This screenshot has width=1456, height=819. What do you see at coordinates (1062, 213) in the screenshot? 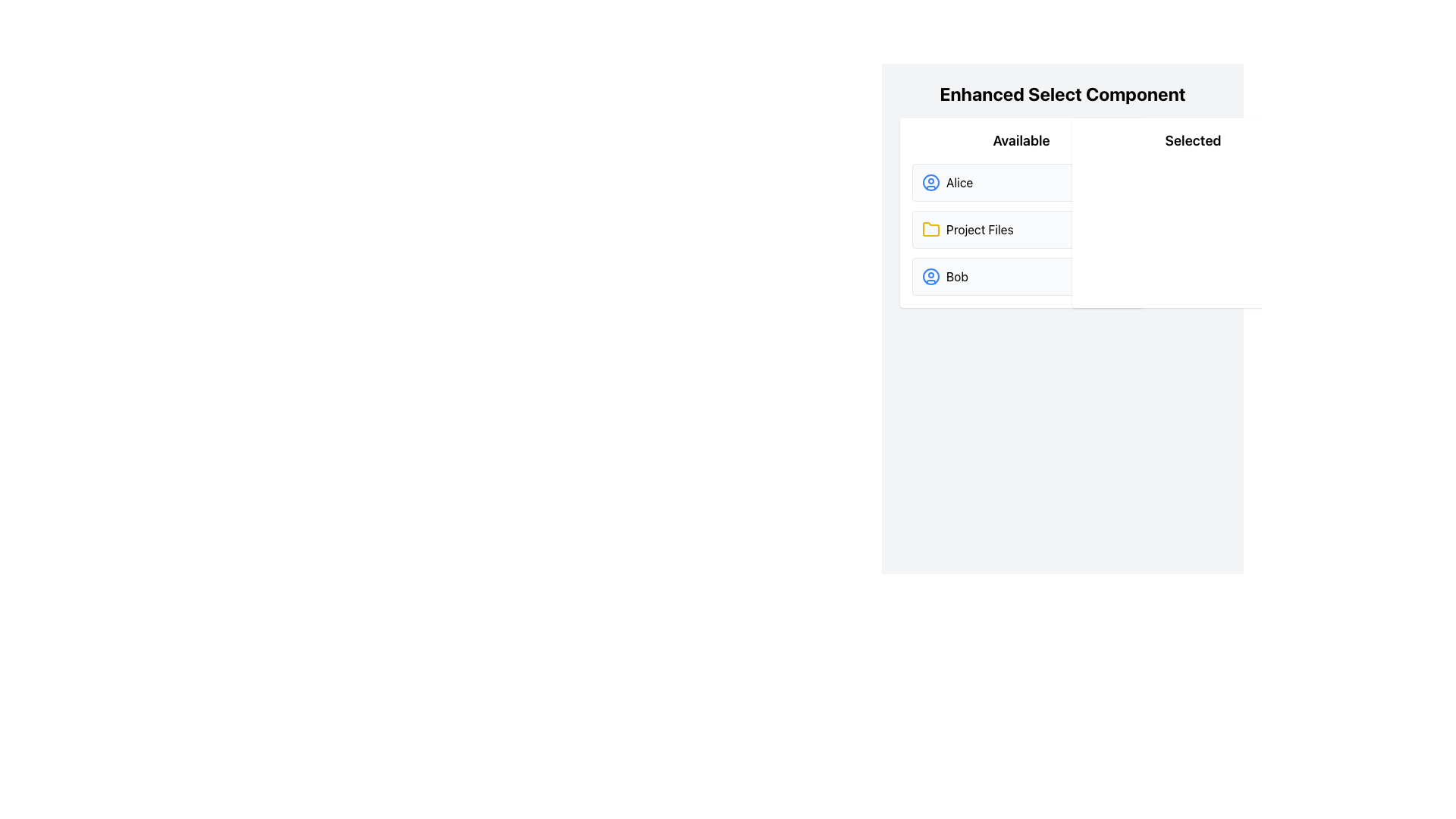
I see `the grid-based dual-list selection component to perform selection operations by clicking on the 'Available' column options` at bounding box center [1062, 213].